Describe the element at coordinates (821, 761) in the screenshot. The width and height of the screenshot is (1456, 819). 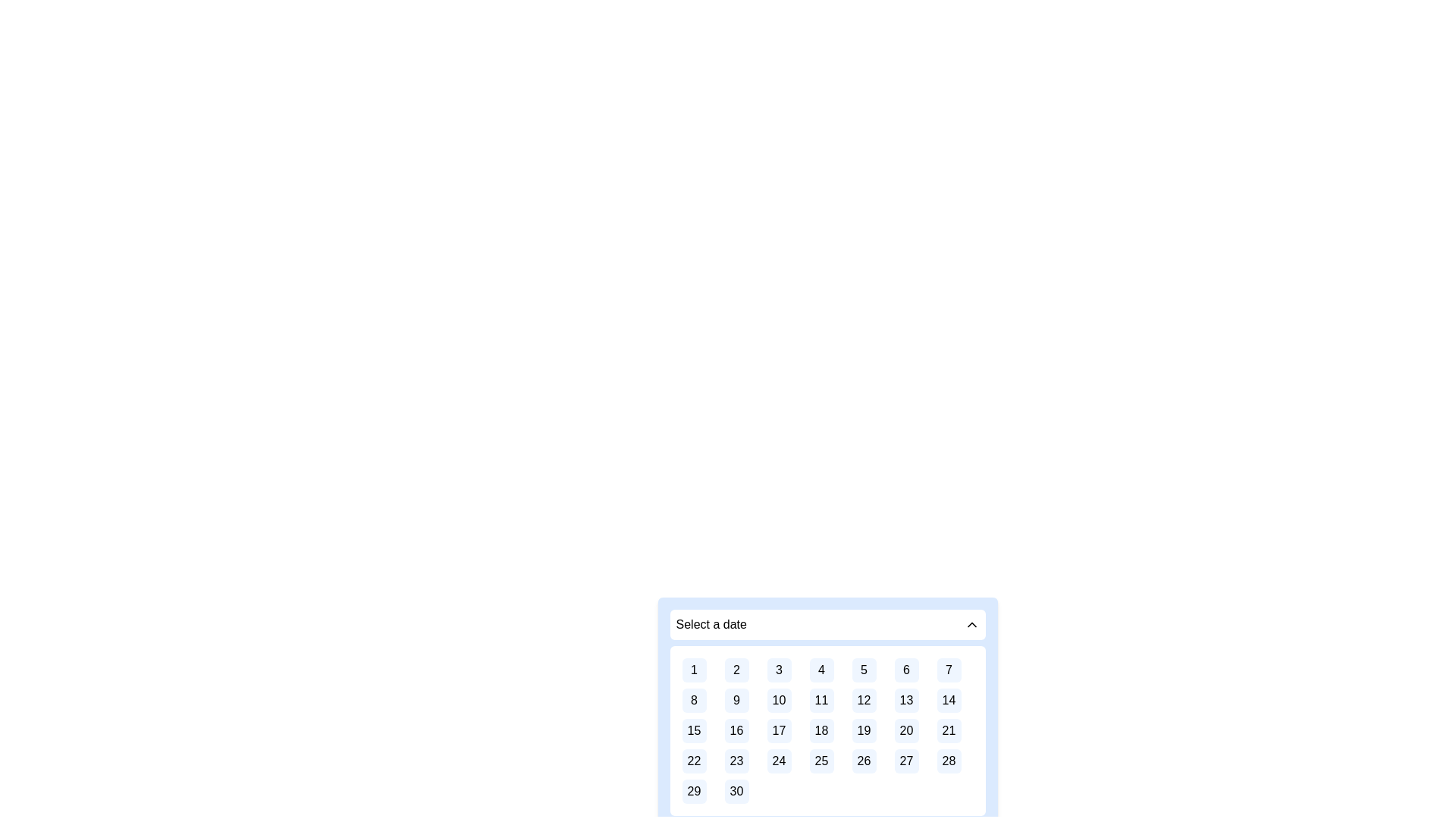
I see `the Calendar day button displaying the number '25', which is a small square box with a light blue background located in the fourth row and fourth column of the calendar layout` at that location.